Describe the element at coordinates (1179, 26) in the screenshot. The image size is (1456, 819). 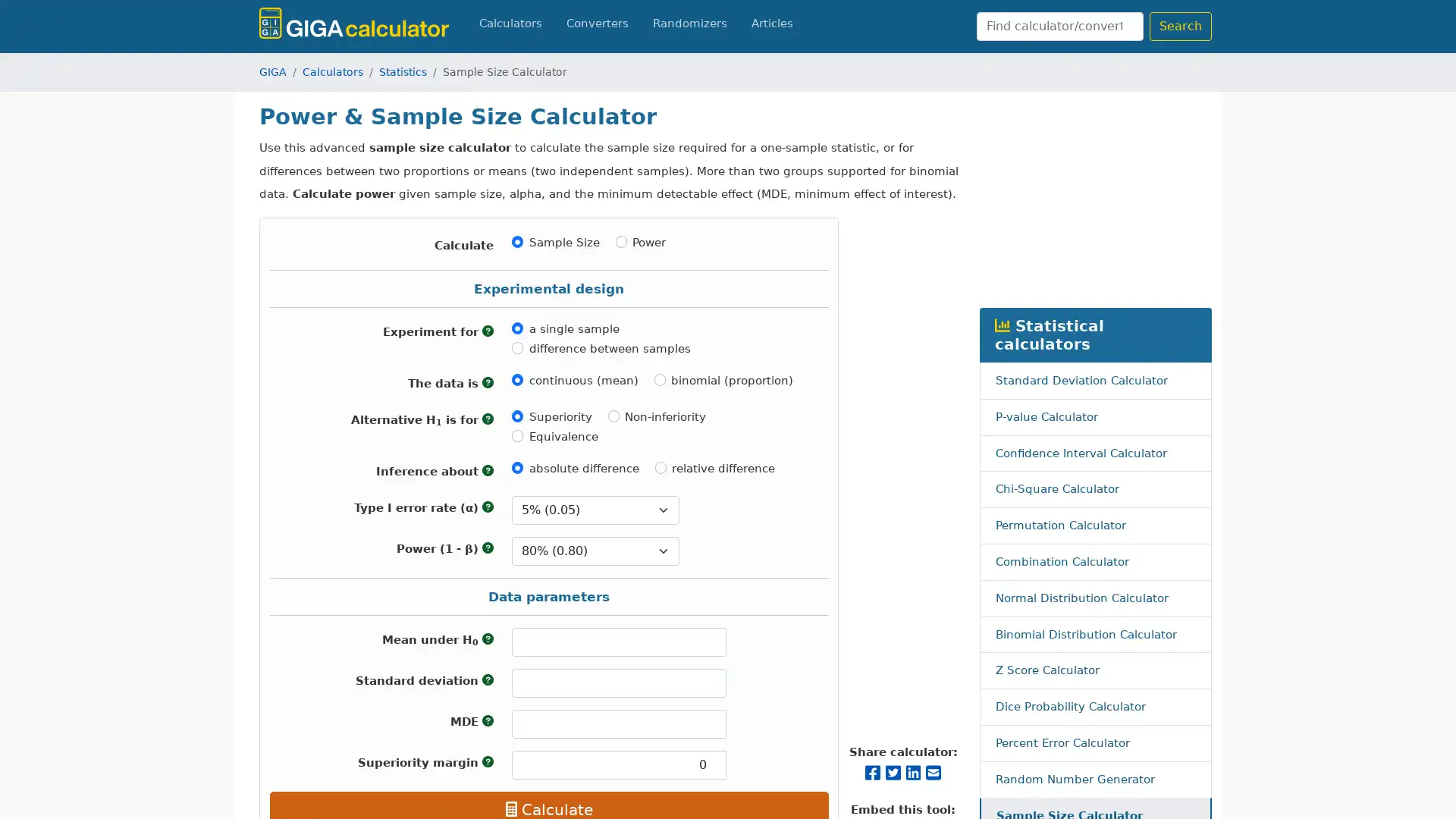
I see `Search` at that location.